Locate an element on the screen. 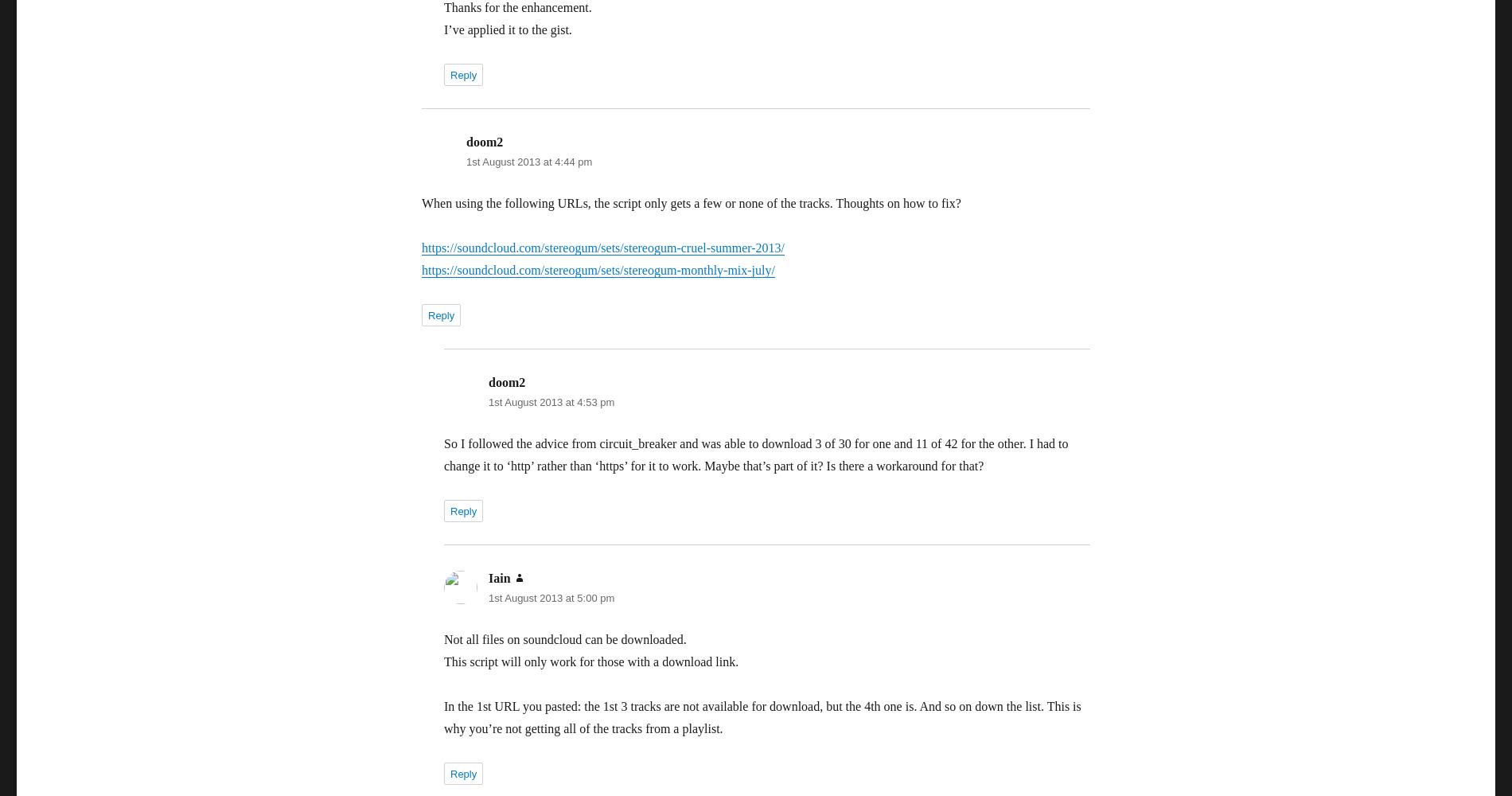  'In the 1st URL you pasted: the 1st 3 tracks are not available for download, but the 4th one is. And so on down the list. This is why you’re not getting all of the tracks from a playlist.' is located at coordinates (444, 717).